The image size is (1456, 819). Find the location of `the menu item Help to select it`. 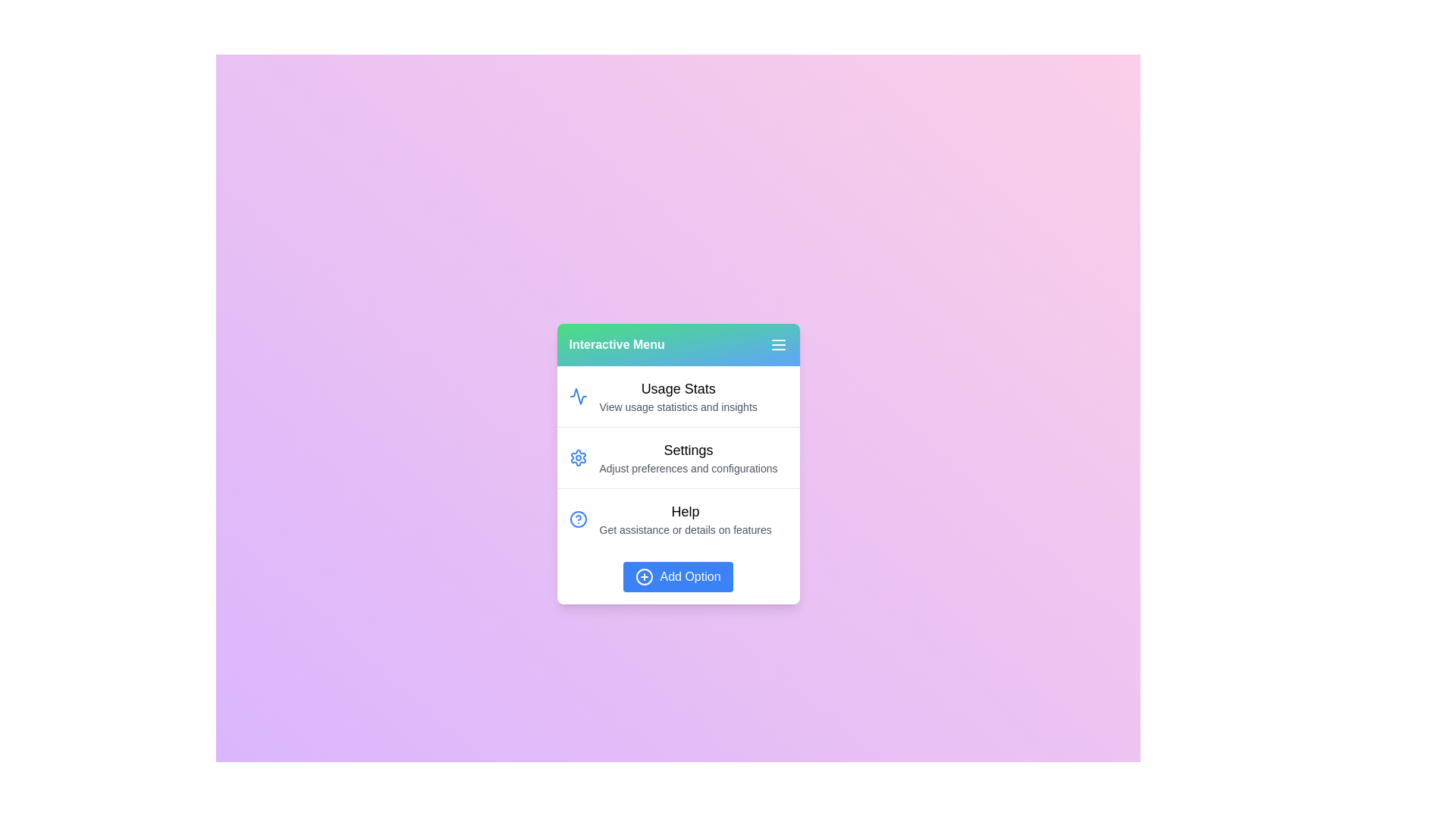

the menu item Help to select it is located at coordinates (677, 519).